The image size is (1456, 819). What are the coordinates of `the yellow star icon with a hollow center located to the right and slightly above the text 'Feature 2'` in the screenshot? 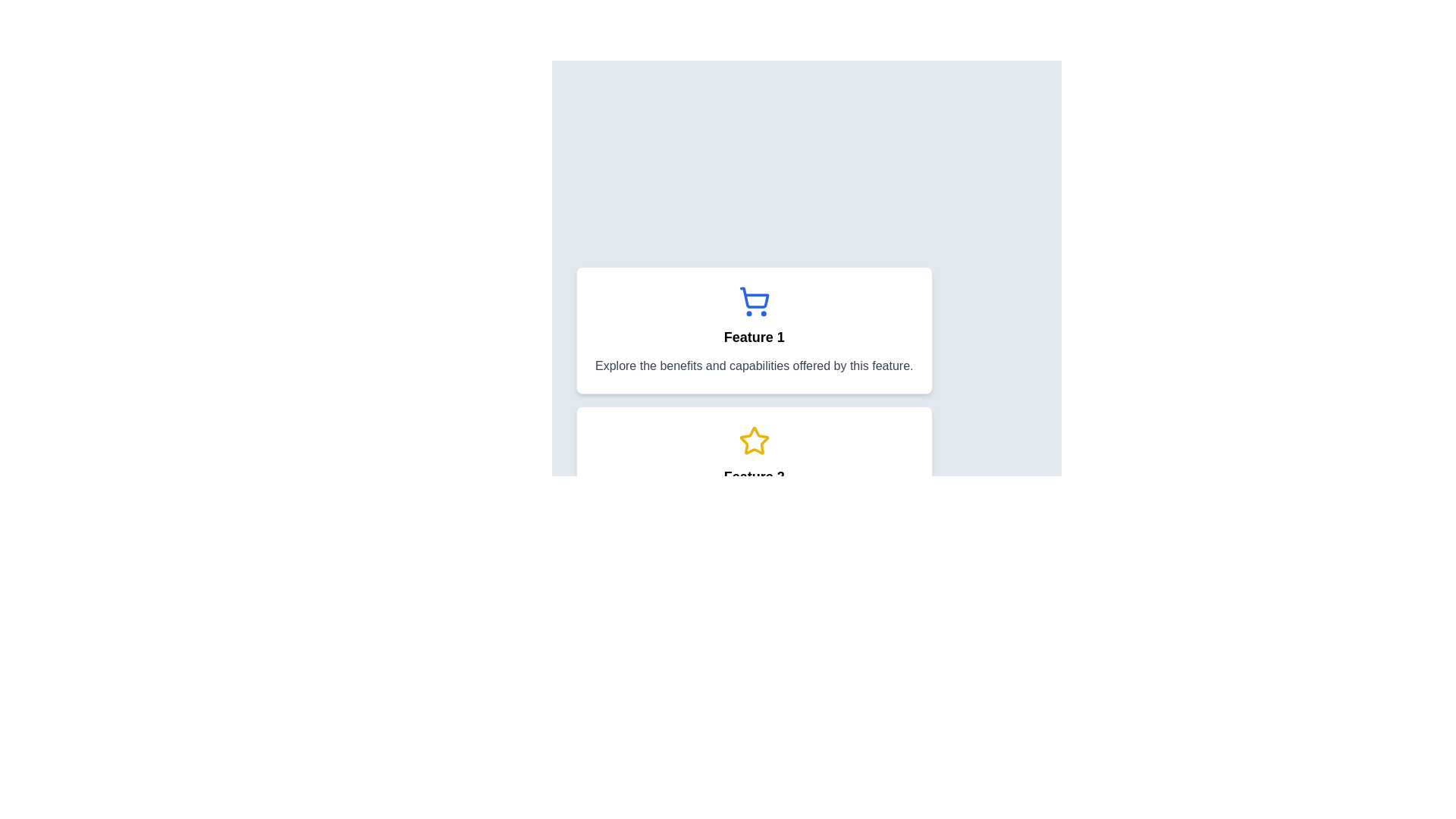 It's located at (754, 441).